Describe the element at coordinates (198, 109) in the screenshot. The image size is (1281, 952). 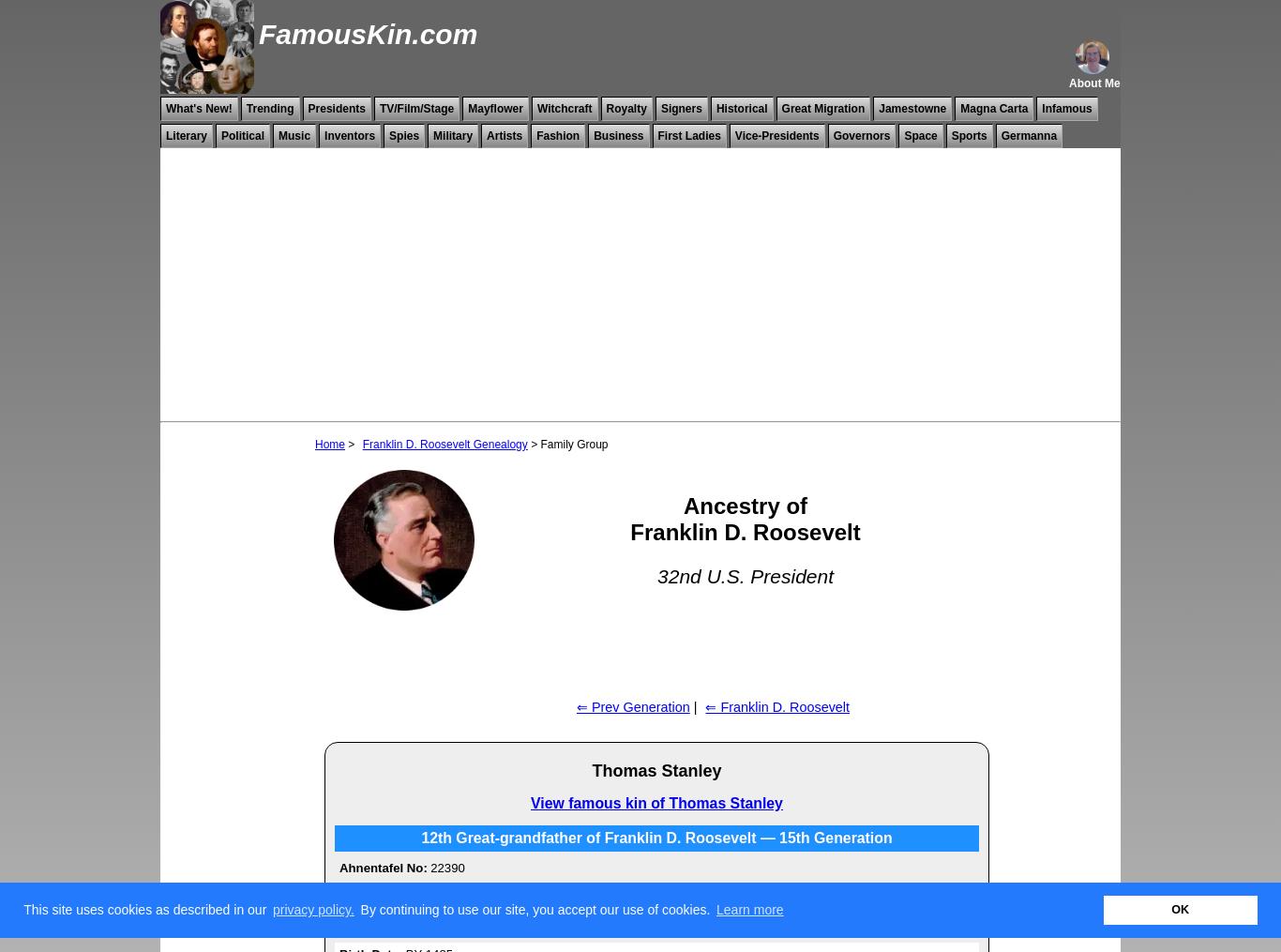
I see `'What's New!'` at that location.